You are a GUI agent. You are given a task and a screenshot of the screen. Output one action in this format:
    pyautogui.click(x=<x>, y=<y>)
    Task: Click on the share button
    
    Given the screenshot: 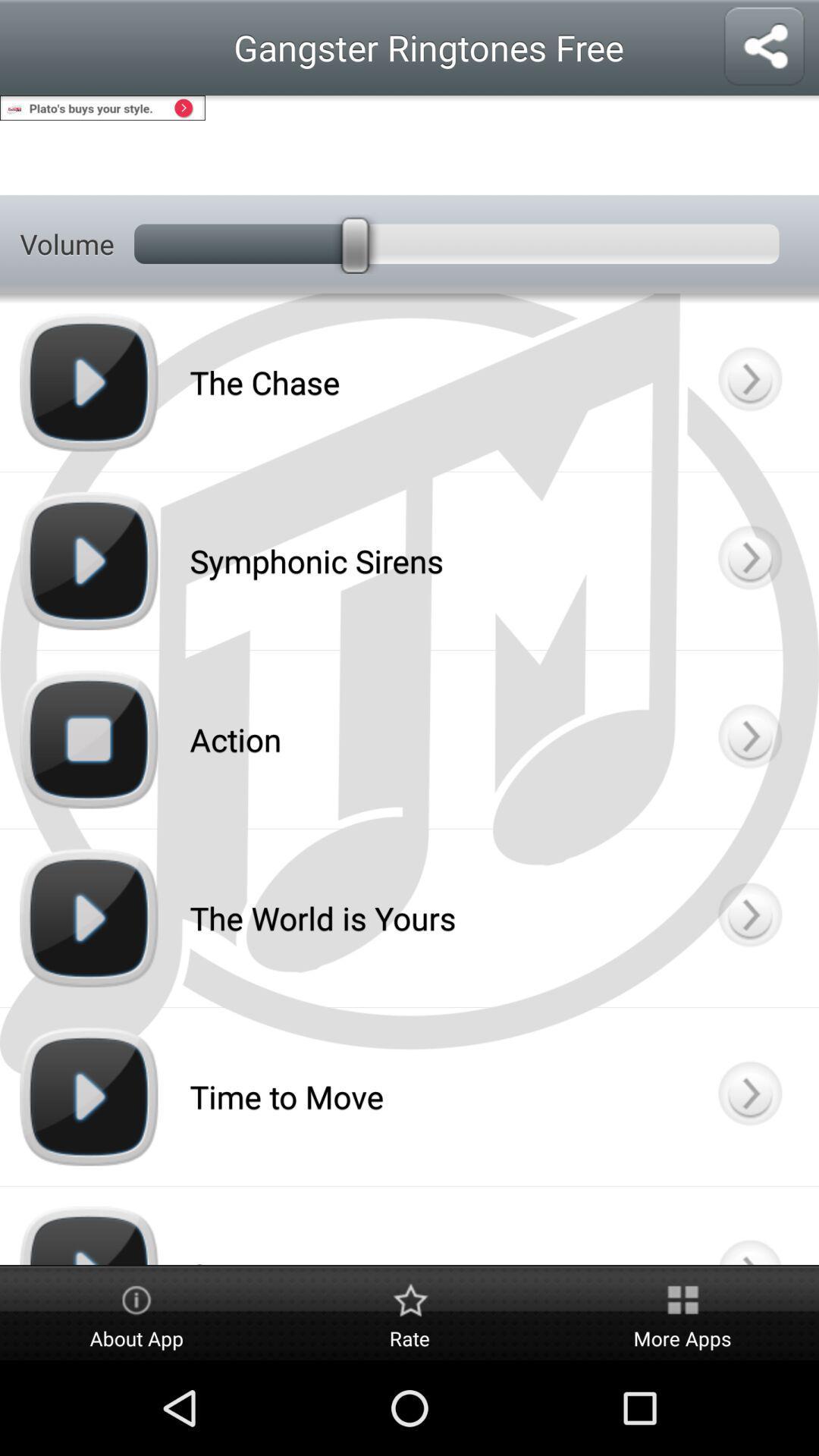 What is the action you would take?
    pyautogui.click(x=764, y=47)
    